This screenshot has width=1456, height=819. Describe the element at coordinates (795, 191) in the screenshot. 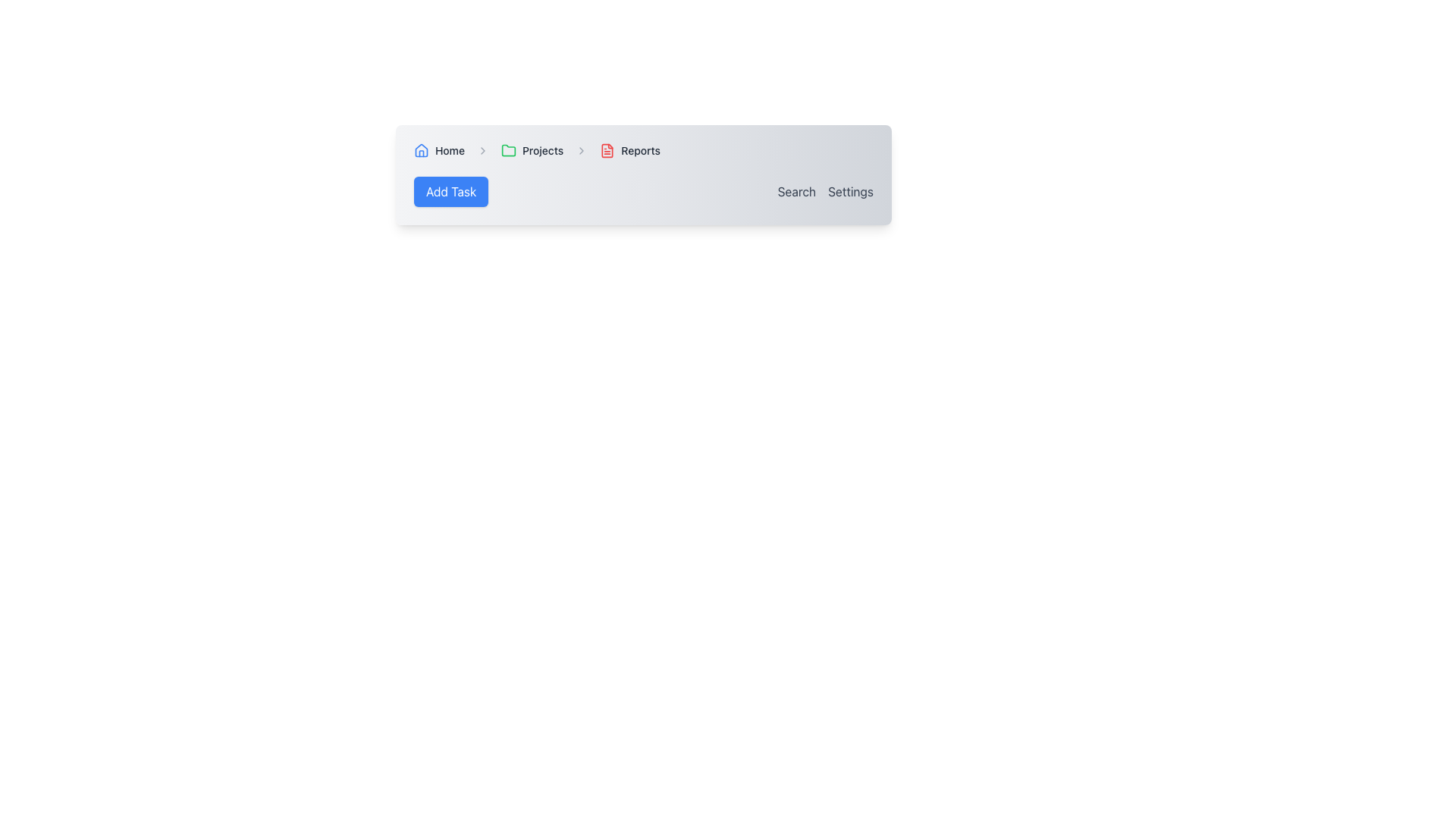

I see `the text link positioned to the left of the 'Settings' text element` at that location.